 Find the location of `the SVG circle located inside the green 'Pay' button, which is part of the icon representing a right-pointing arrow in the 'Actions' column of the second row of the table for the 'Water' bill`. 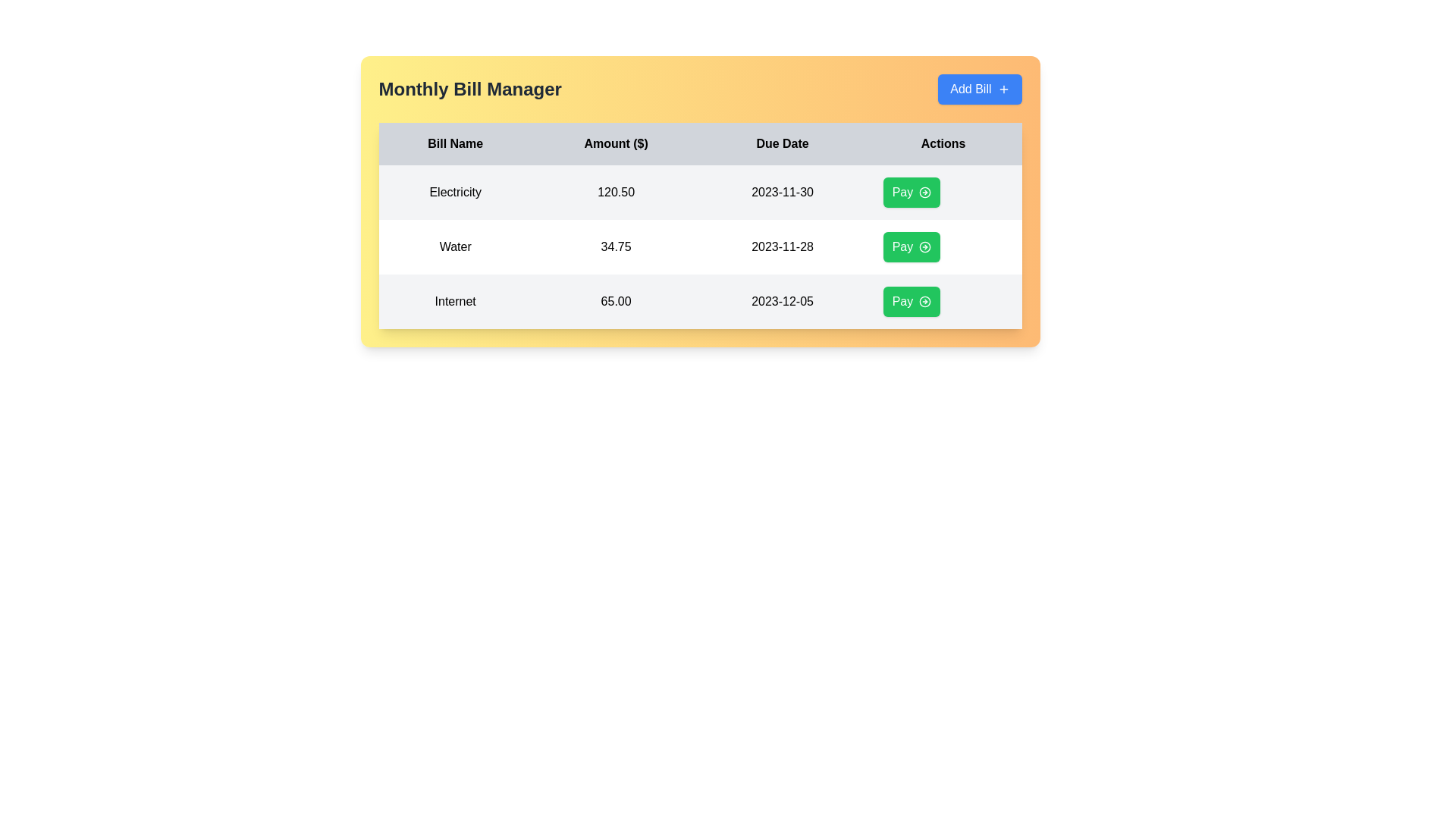

the SVG circle located inside the green 'Pay' button, which is part of the icon representing a right-pointing arrow in the 'Actions' column of the second row of the table for the 'Water' bill is located at coordinates (924, 246).